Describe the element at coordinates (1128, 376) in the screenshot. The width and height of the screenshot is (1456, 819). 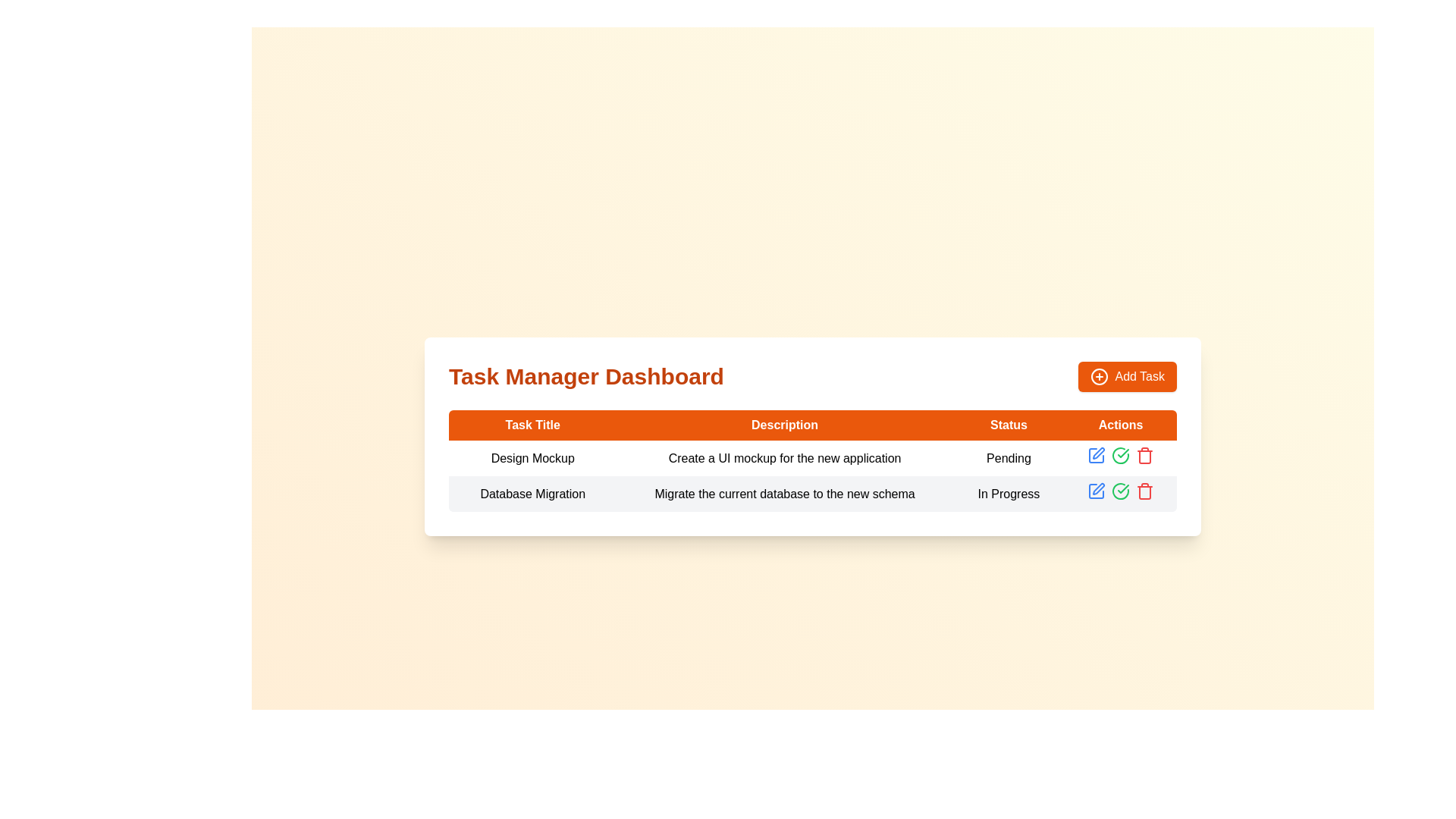
I see `the bright orange button labeled 'Add Task' with a plus sign icon to change its visual state` at that location.